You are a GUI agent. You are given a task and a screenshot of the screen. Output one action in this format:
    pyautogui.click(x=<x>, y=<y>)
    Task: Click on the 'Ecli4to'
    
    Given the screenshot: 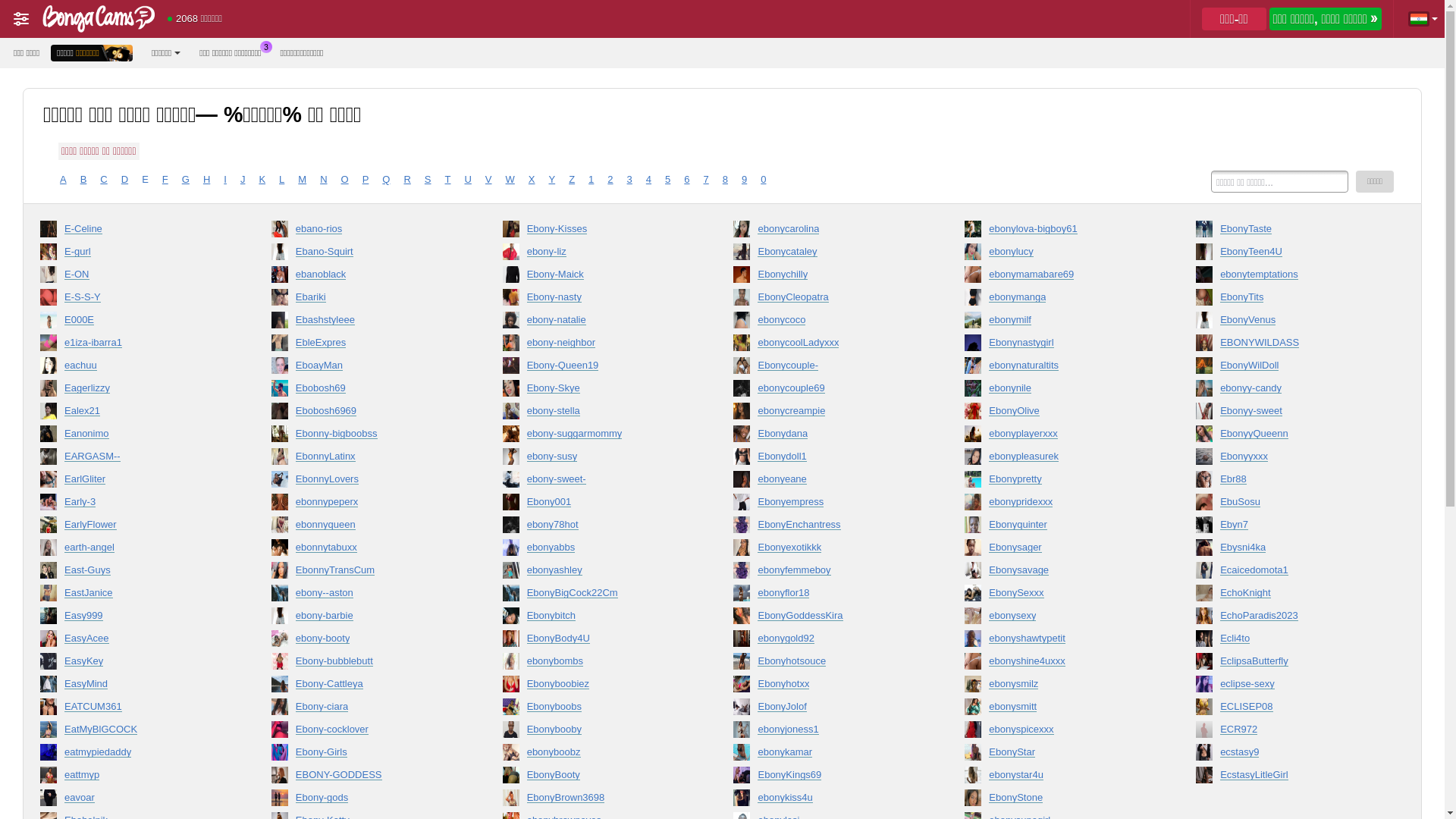 What is the action you would take?
    pyautogui.click(x=1288, y=641)
    